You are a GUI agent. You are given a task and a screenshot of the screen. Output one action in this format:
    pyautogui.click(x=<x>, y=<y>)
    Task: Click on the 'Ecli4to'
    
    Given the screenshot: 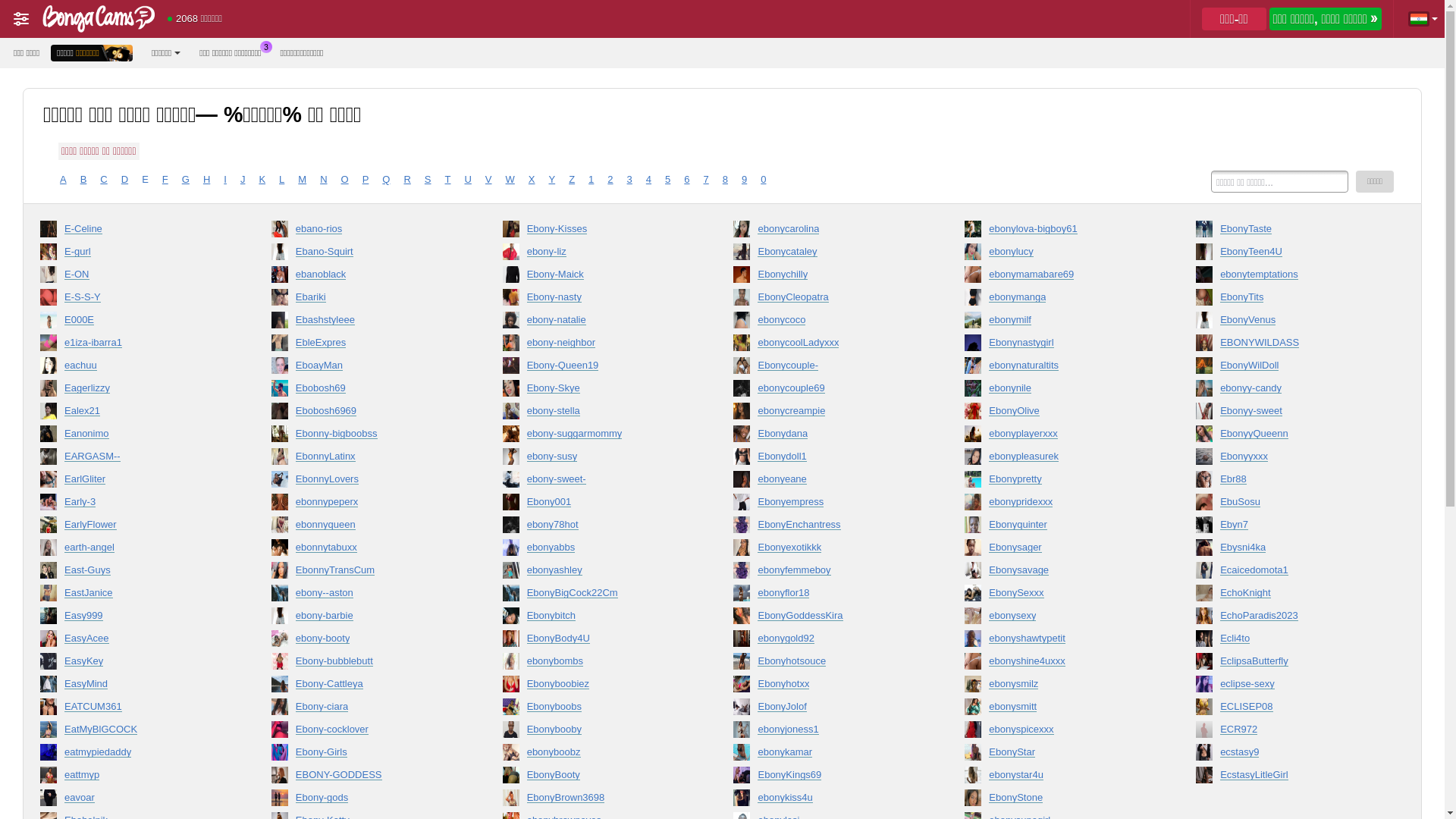 What is the action you would take?
    pyautogui.click(x=1288, y=641)
    